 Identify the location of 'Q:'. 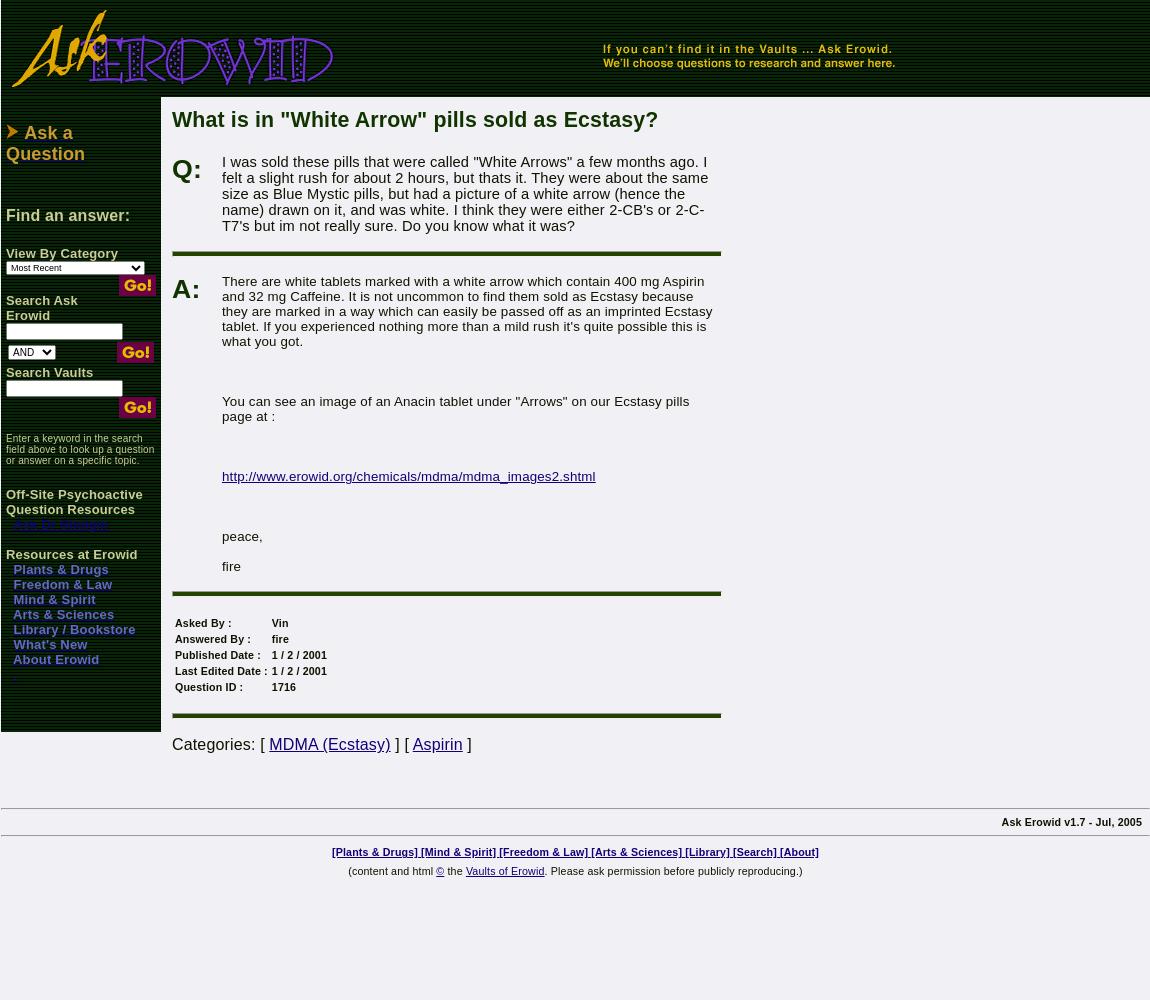
(171, 169).